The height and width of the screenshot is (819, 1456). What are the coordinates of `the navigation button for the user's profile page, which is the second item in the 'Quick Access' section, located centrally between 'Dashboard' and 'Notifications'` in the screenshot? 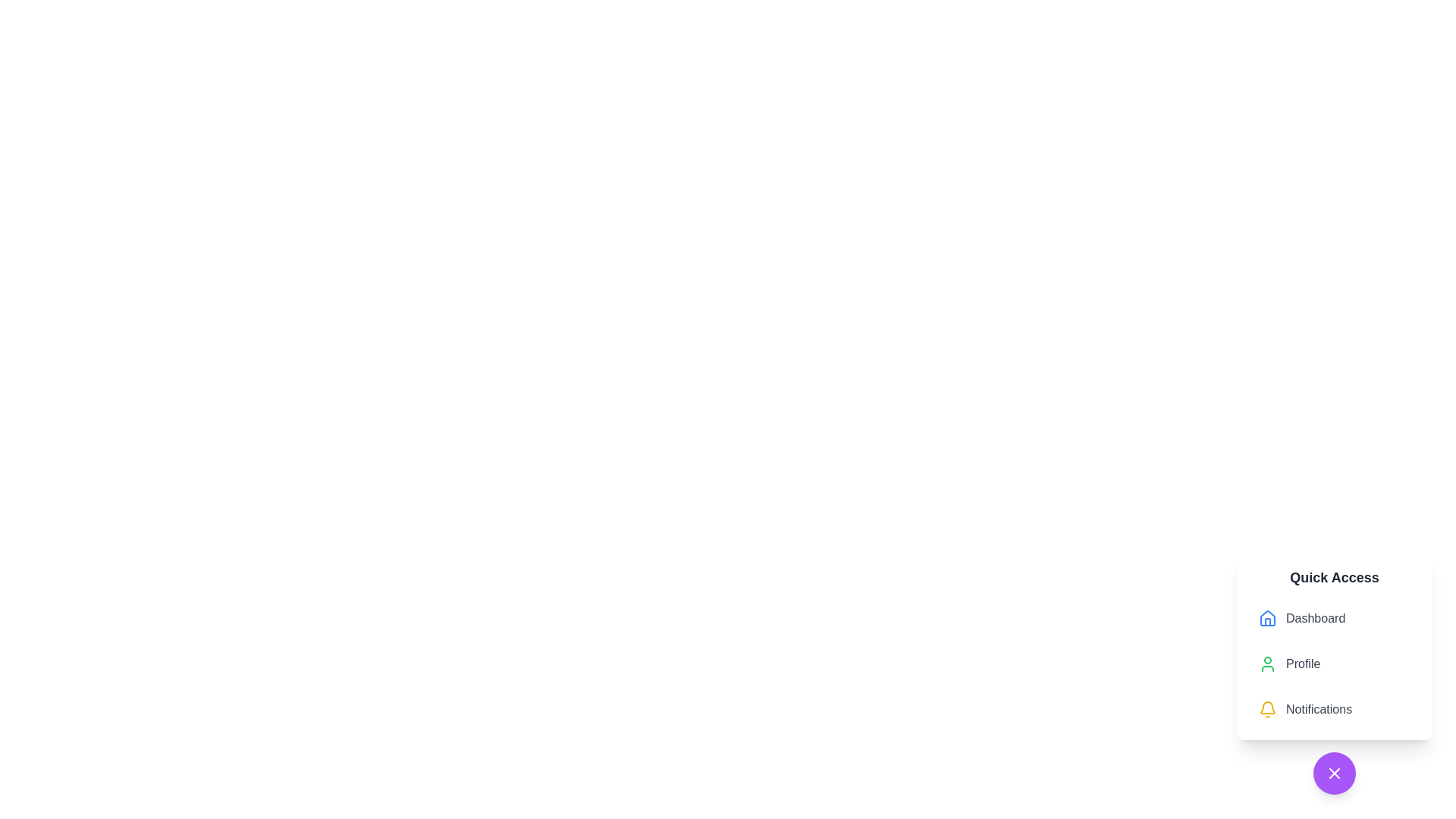 It's located at (1335, 663).